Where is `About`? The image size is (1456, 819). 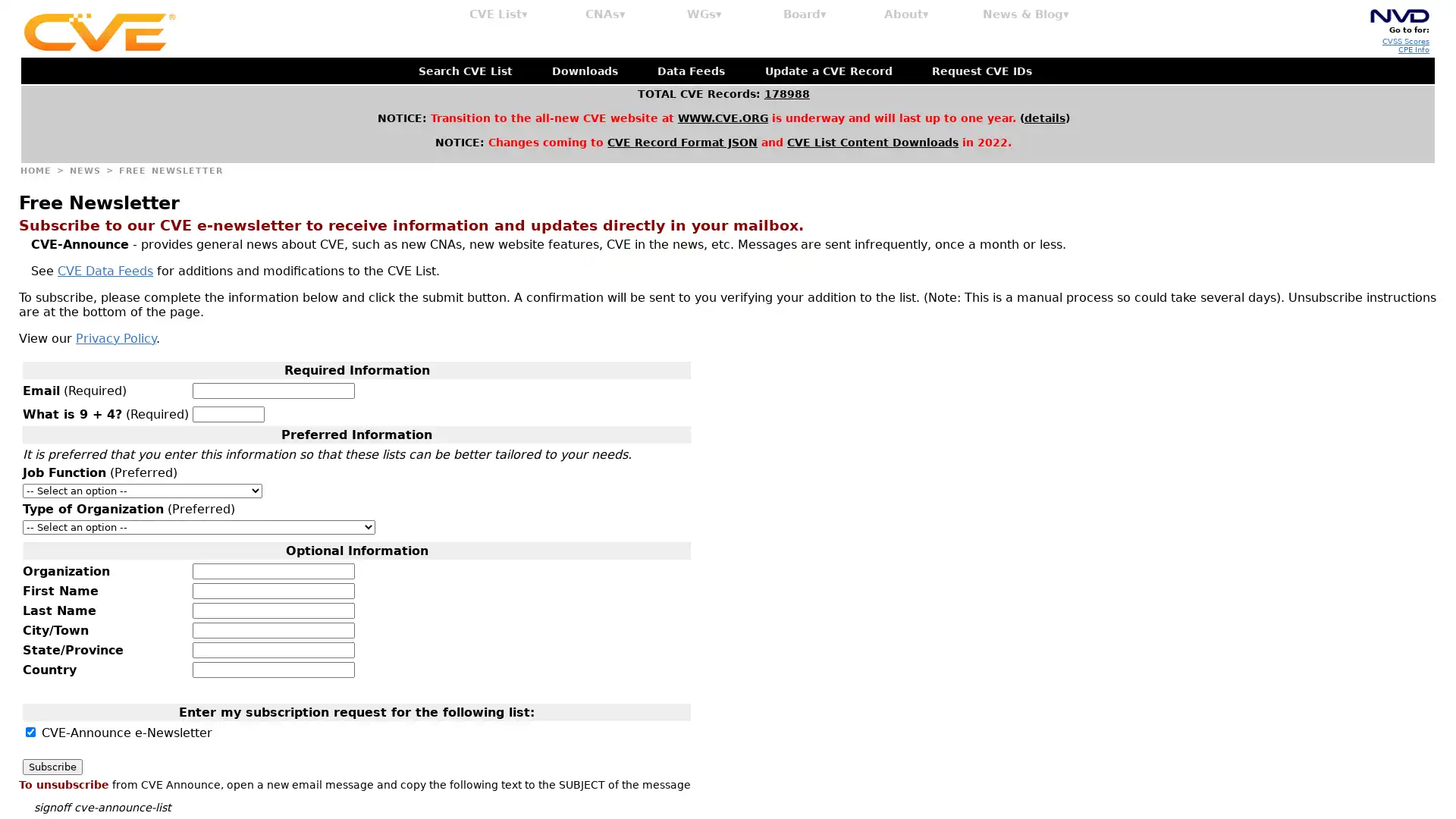 About is located at coordinates (906, 14).